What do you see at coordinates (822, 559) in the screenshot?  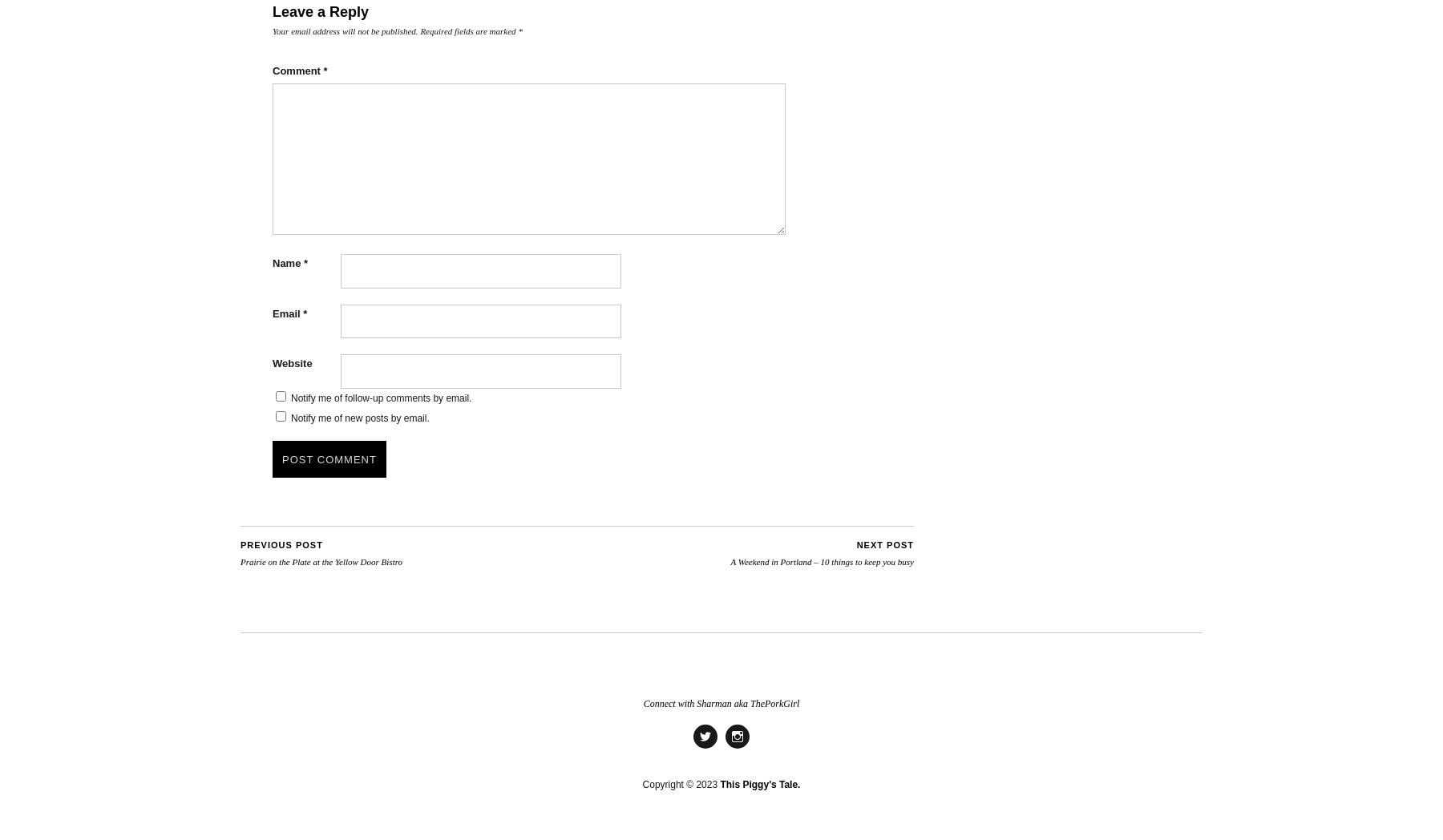 I see `'A Weekend in Portland – 10 things to keep you busy'` at bounding box center [822, 559].